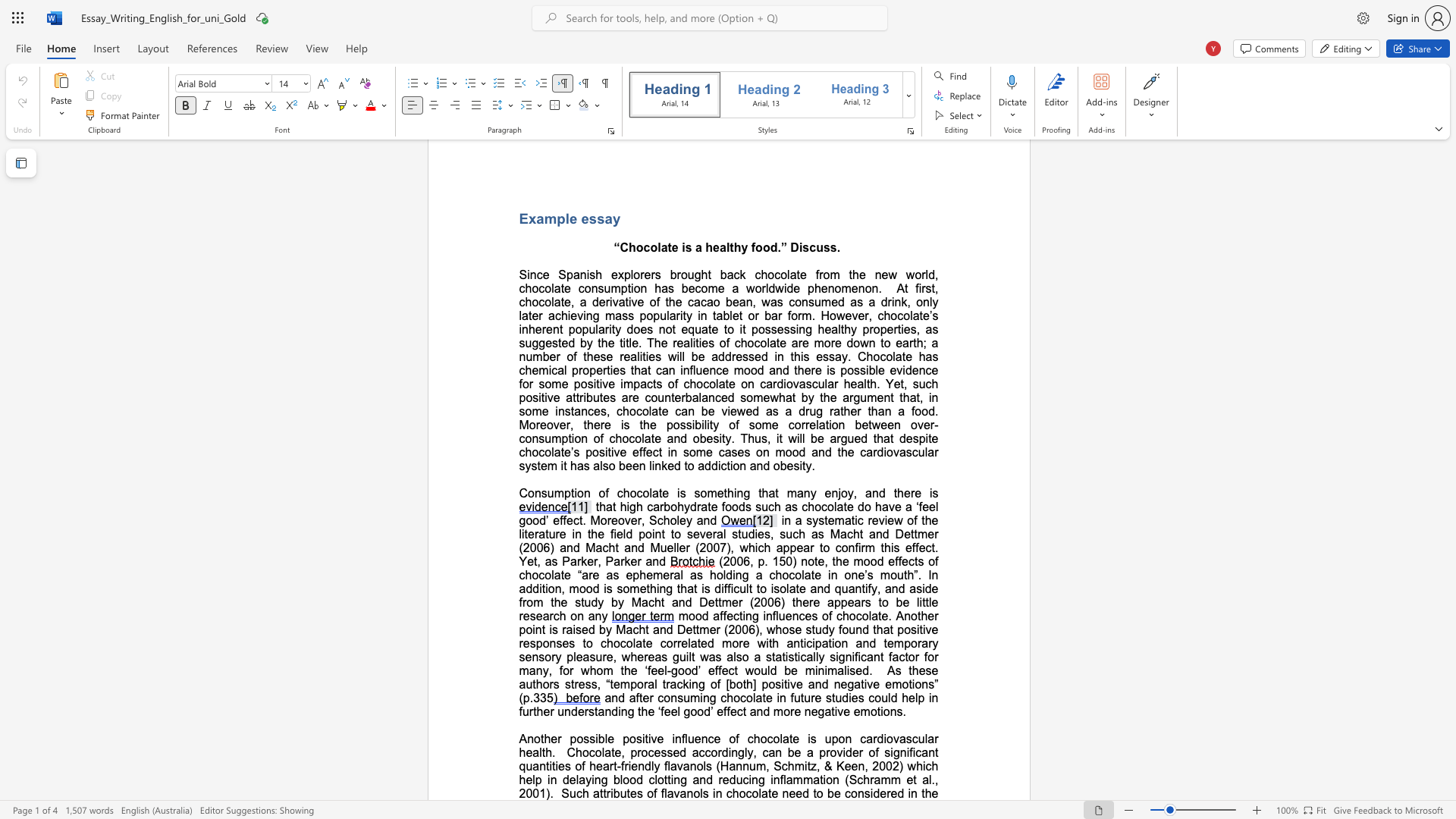 The width and height of the screenshot is (1456, 819). What do you see at coordinates (672, 752) in the screenshot?
I see `the subset text "ed accordingly, can be a provider of significant quantities of heart-friendly flavanols (Hannu" within the text "Chocolate, processed accordingly, can be a provider of significant quantities of heart-friendly flavanols (Hannum, Schmitz, & Keen, 2002) which help in delaying blood clotting and reducing inflammation (Schramm et al., 2001)"` at bounding box center [672, 752].